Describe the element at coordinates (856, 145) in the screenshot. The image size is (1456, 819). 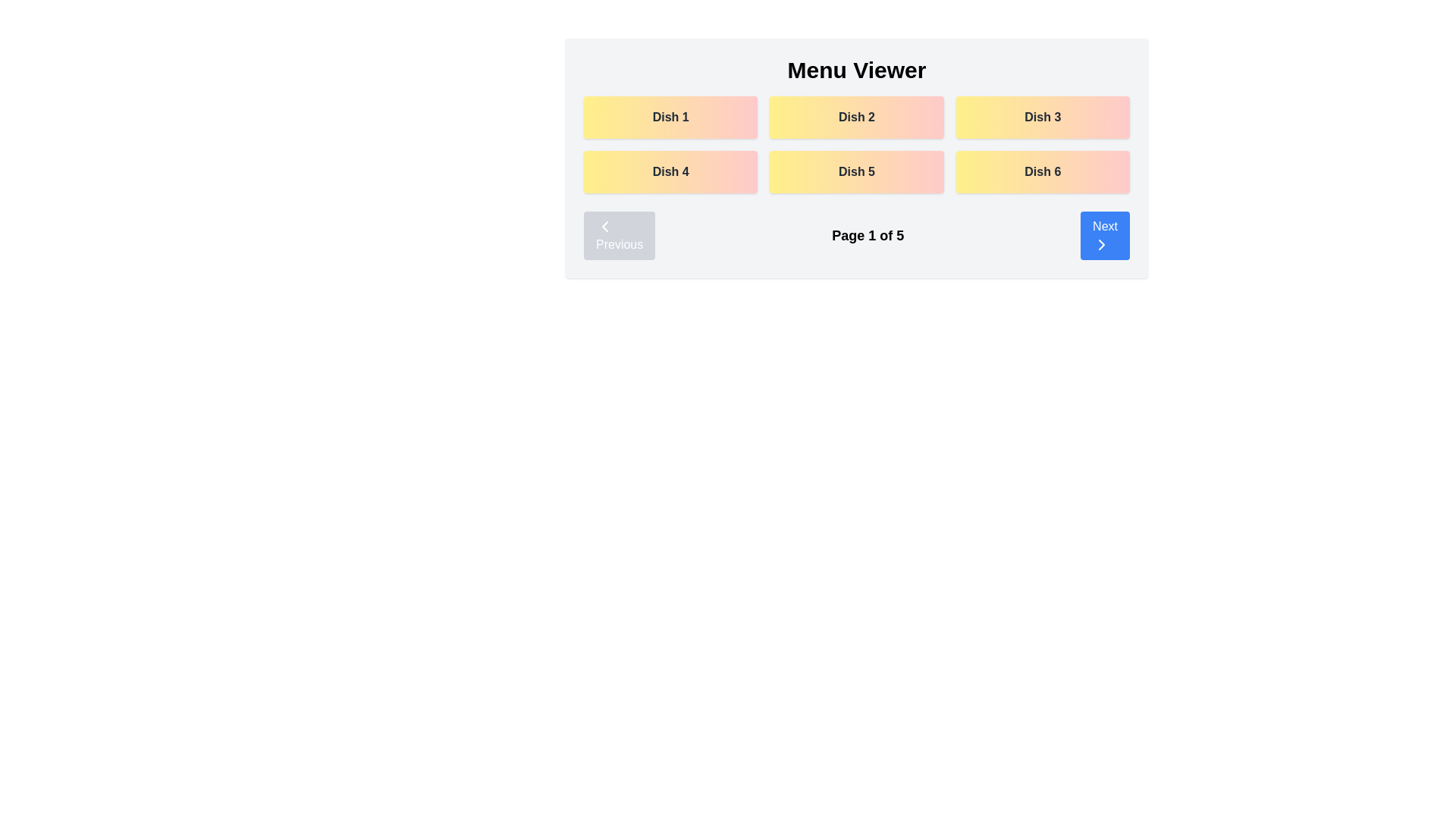
I see `the grid layout of labeled boxes displaying 'Dish 1', 'Dish 2', etc. within the 'Menu Viewer' panel` at that location.